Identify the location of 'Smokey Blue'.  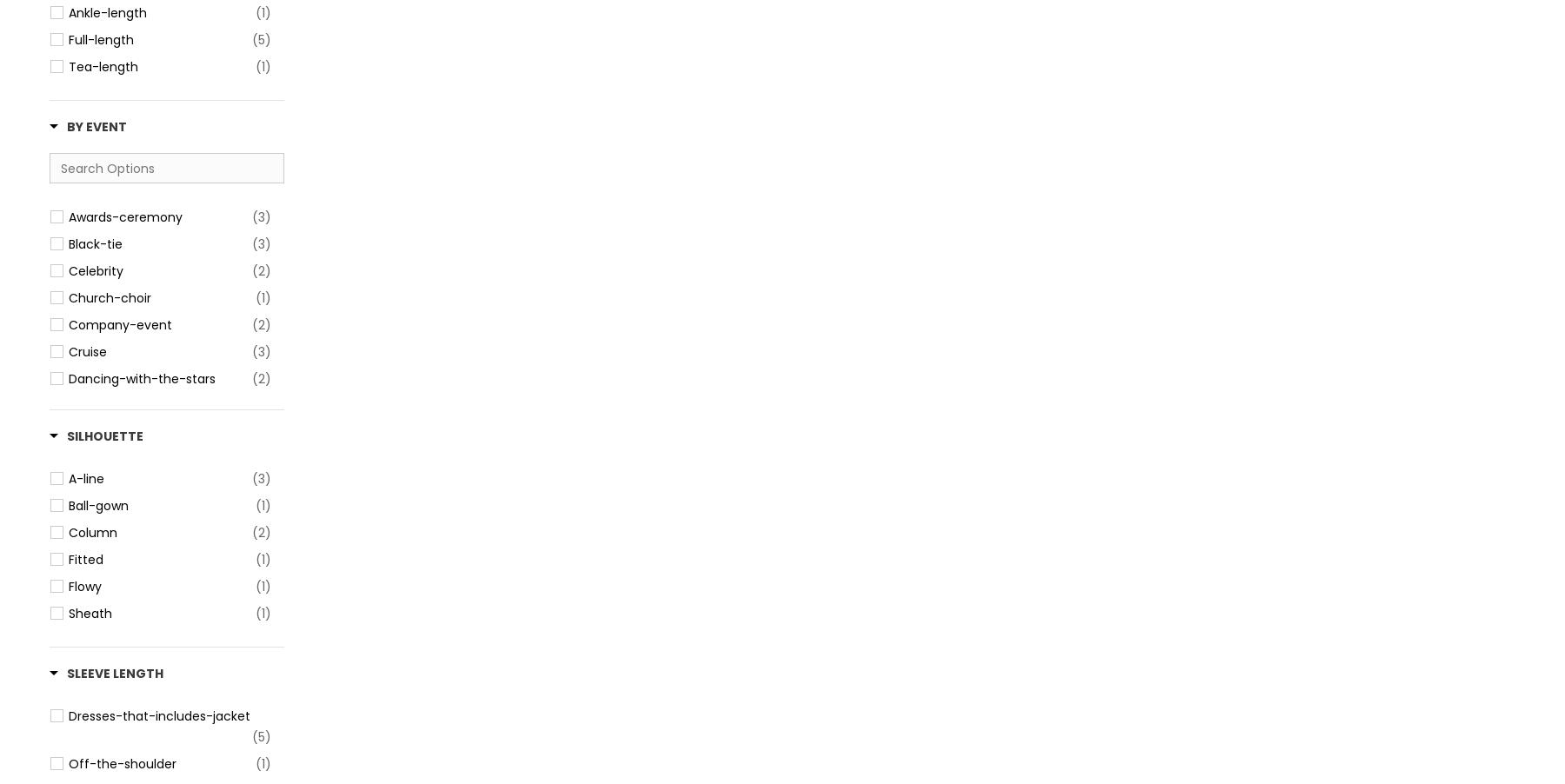
(107, 74).